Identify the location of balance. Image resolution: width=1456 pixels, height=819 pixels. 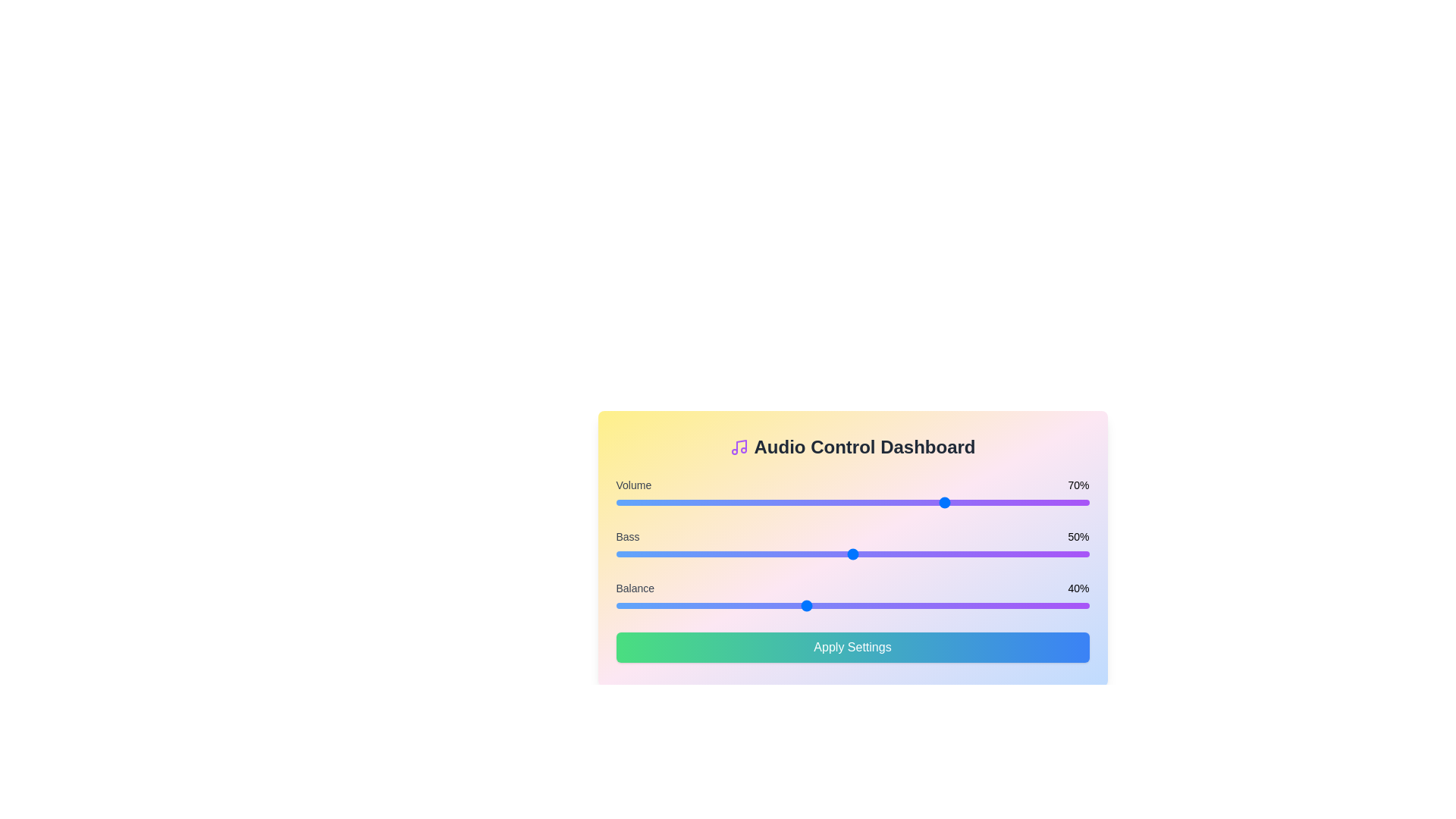
(730, 604).